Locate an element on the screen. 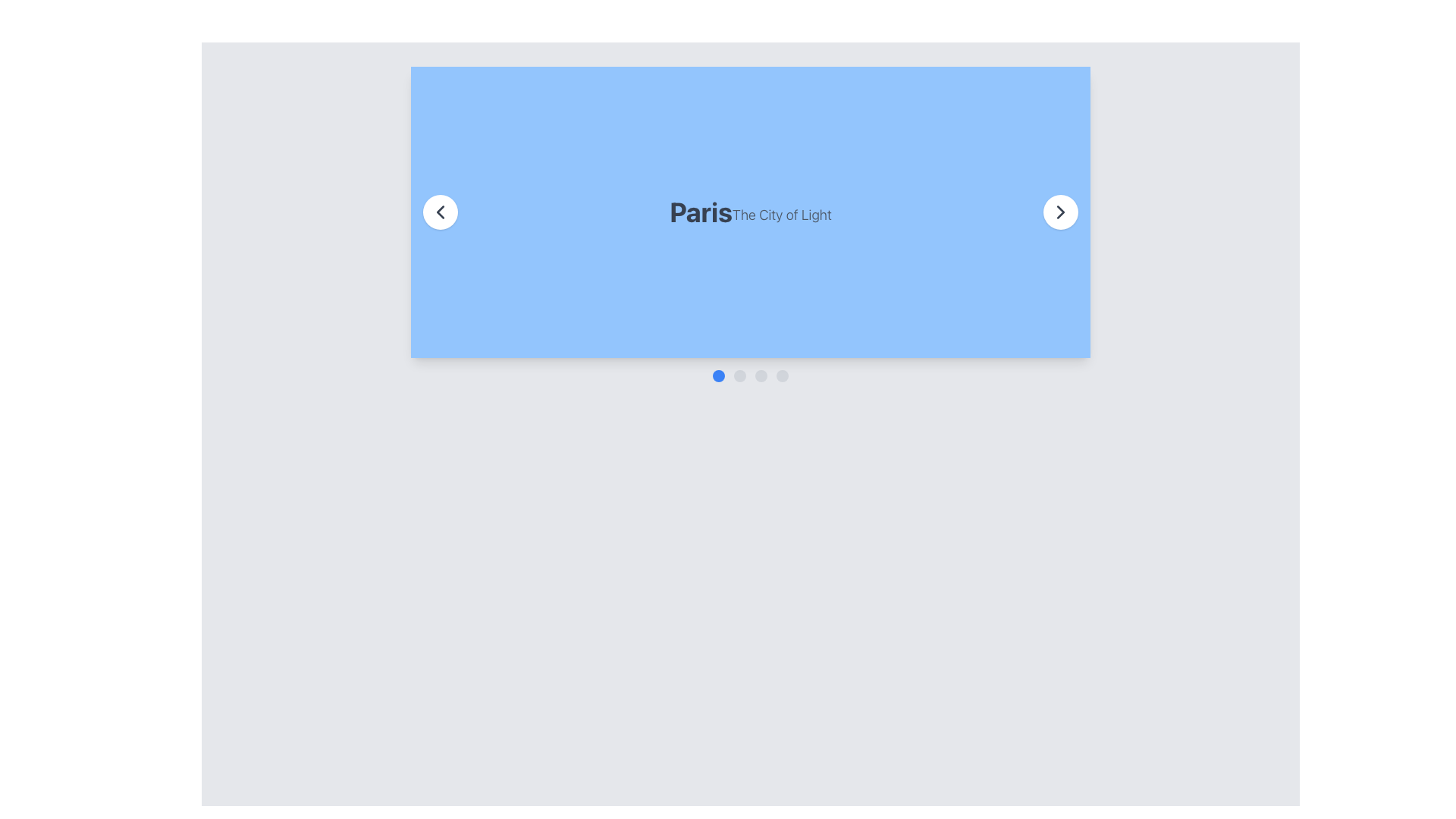 The height and width of the screenshot is (819, 1456). the second Navigation Dot, which is a small gray circular shape in a sequence of four circles is located at coordinates (739, 375).